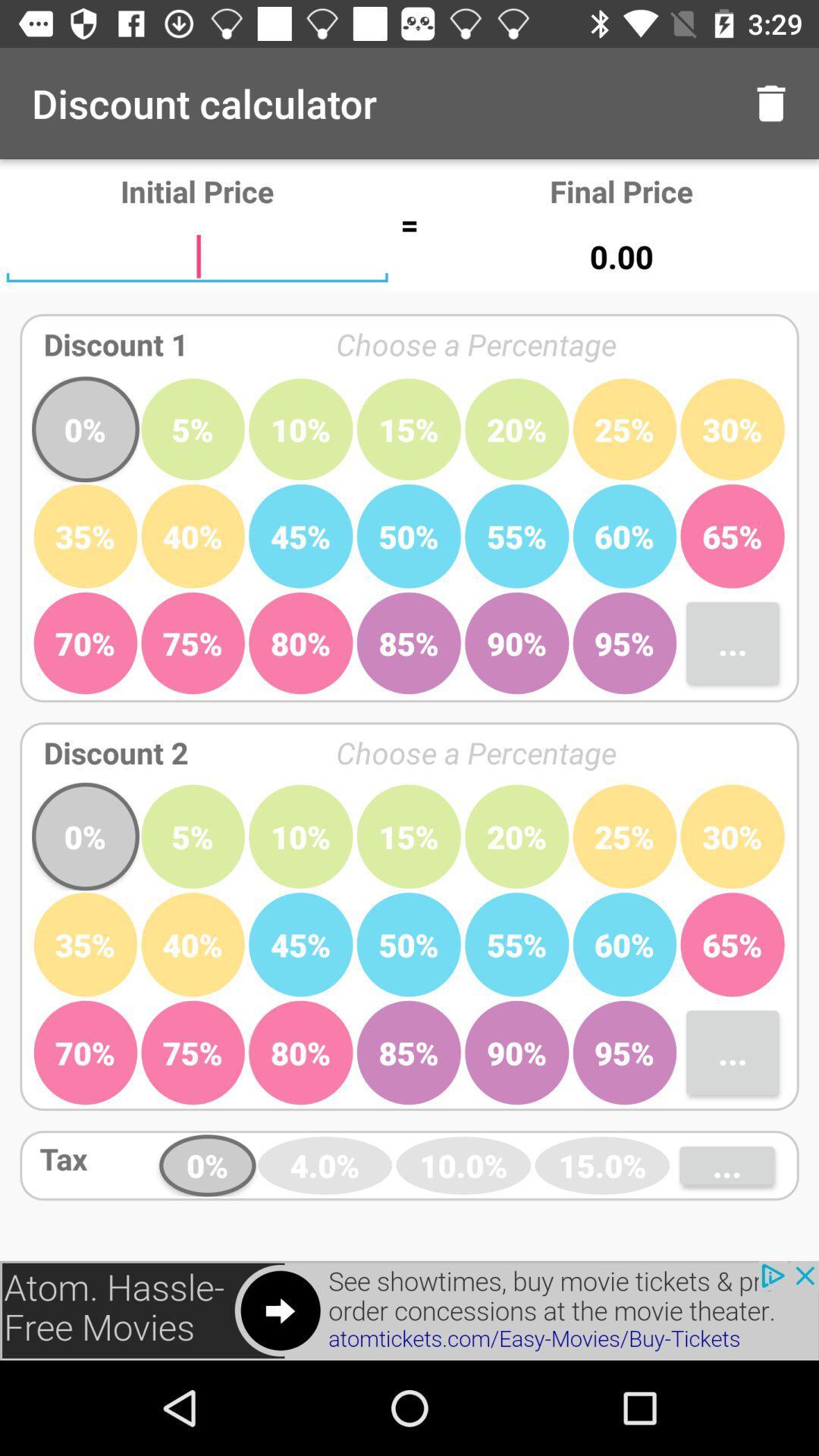 The image size is (819, 1456). I want to click on click advertisements, so click(409, 1310).